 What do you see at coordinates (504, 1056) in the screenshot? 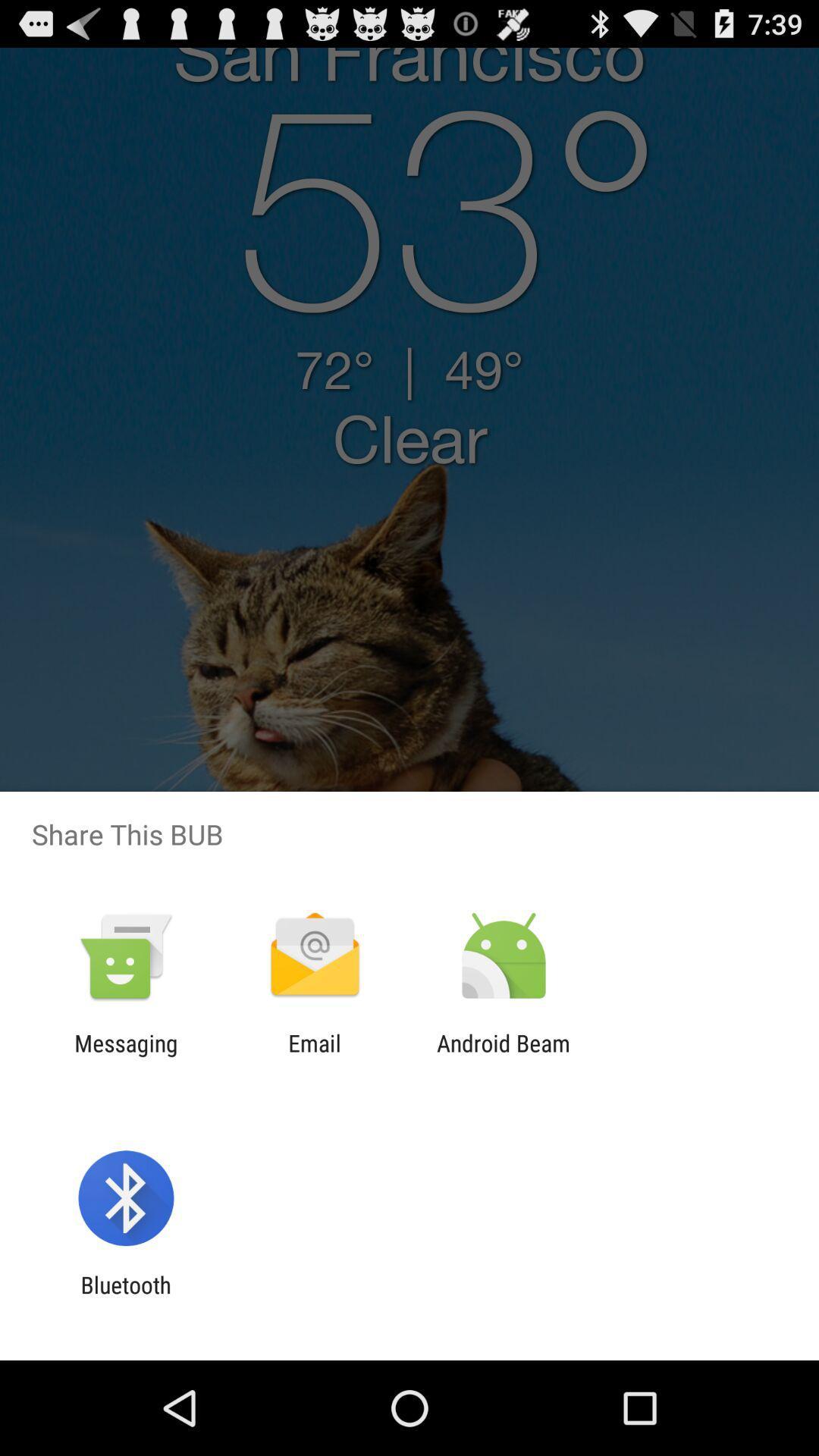
I see `app next to email` at bounding box center [504, 1056].